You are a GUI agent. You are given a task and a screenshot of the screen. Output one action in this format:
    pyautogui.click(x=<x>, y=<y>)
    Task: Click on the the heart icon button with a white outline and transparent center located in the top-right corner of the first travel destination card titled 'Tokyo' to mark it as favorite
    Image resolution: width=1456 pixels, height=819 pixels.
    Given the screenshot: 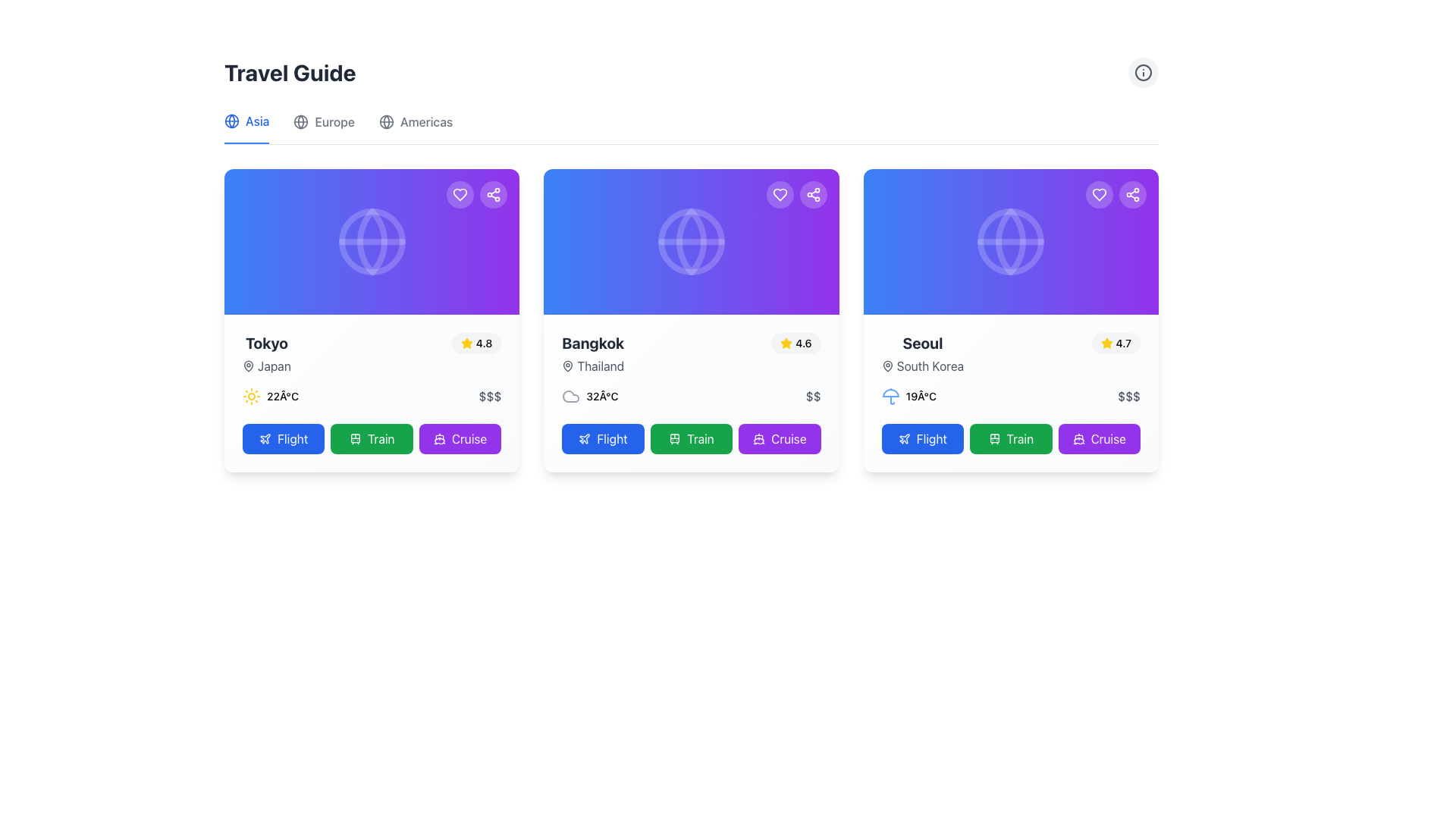 What is the action you would take?
    pyautogui.click(x=459, y=194)
    